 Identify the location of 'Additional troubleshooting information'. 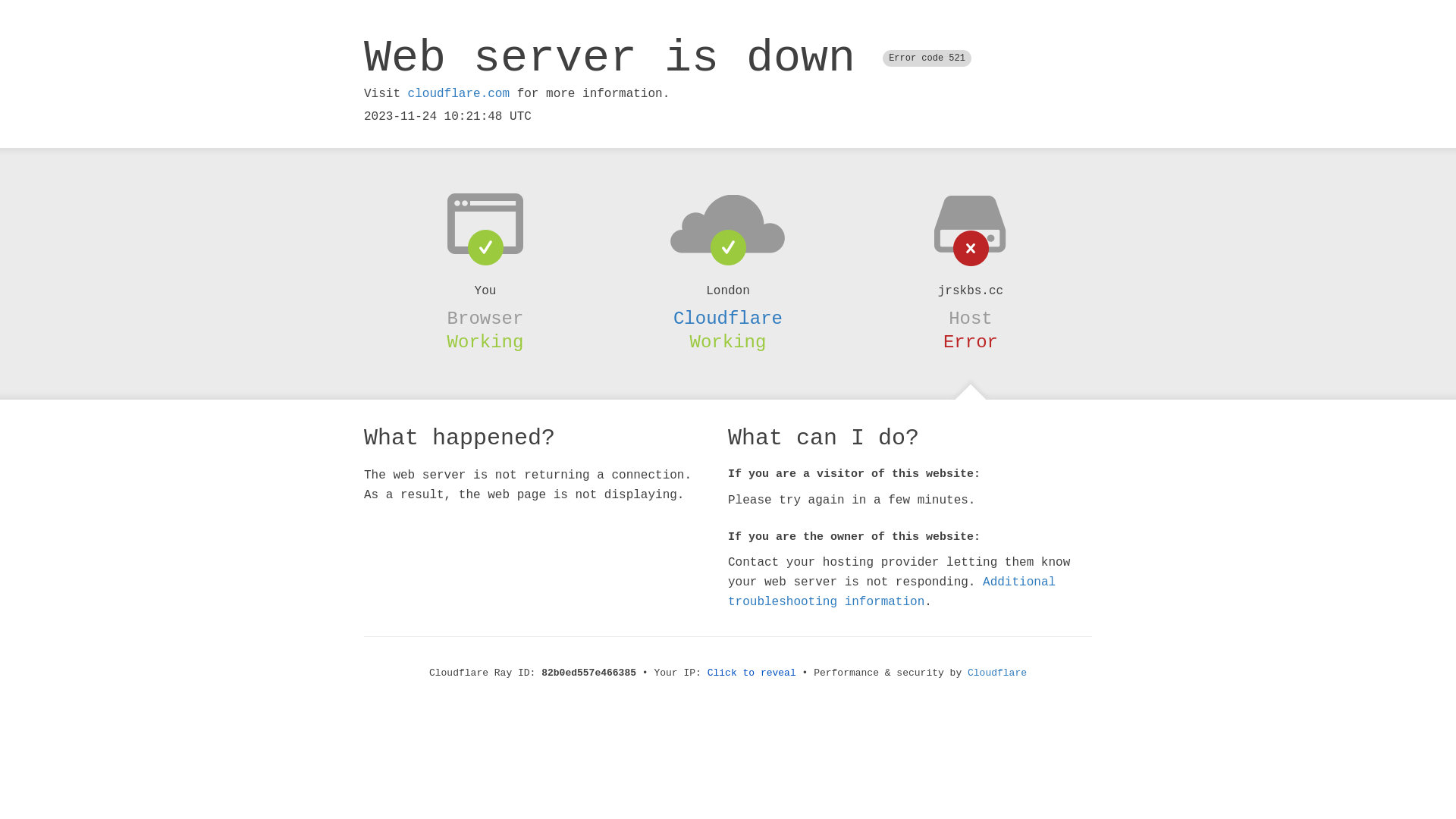
(892, 591).